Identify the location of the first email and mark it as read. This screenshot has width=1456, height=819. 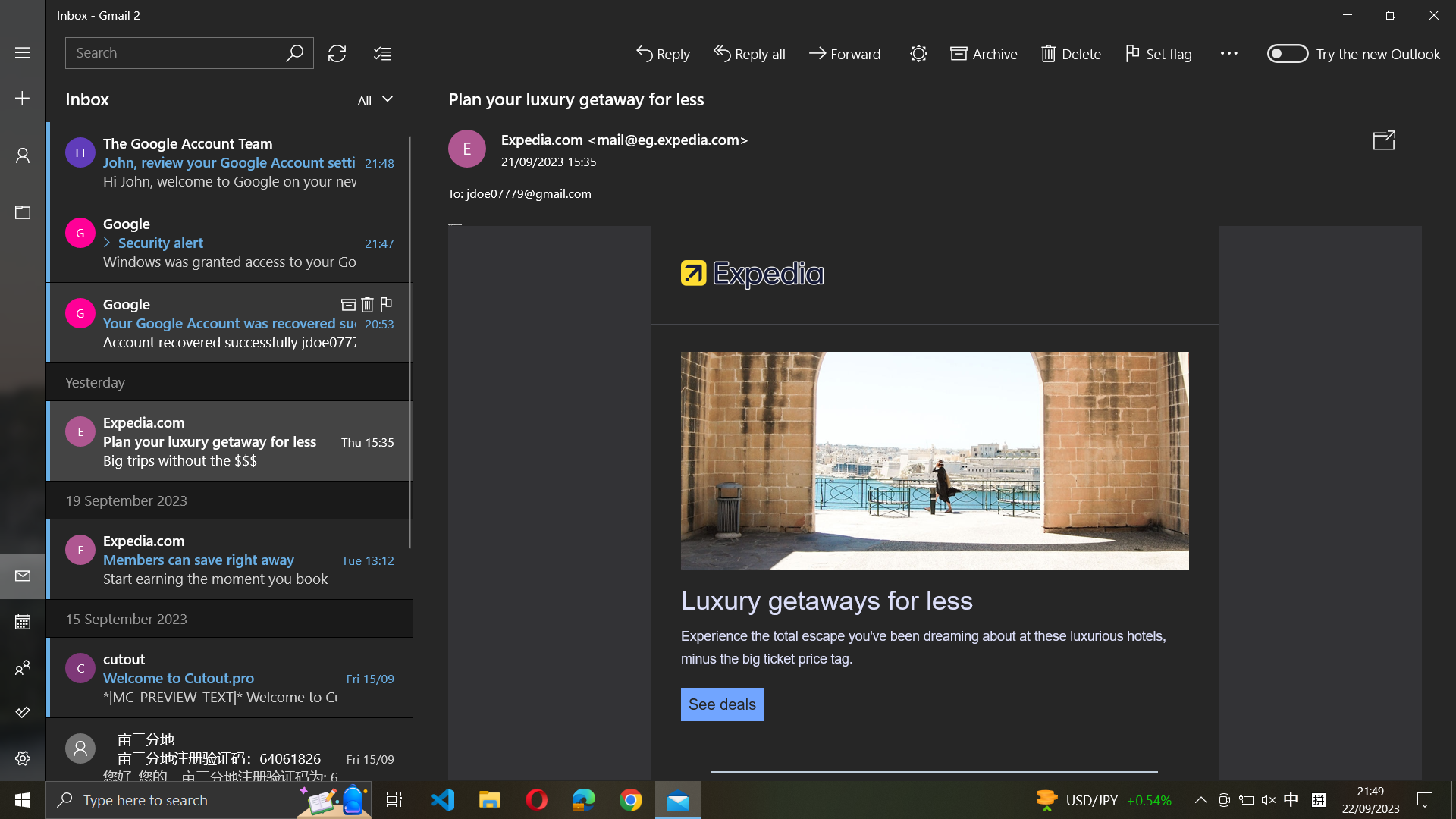
(229, 161).